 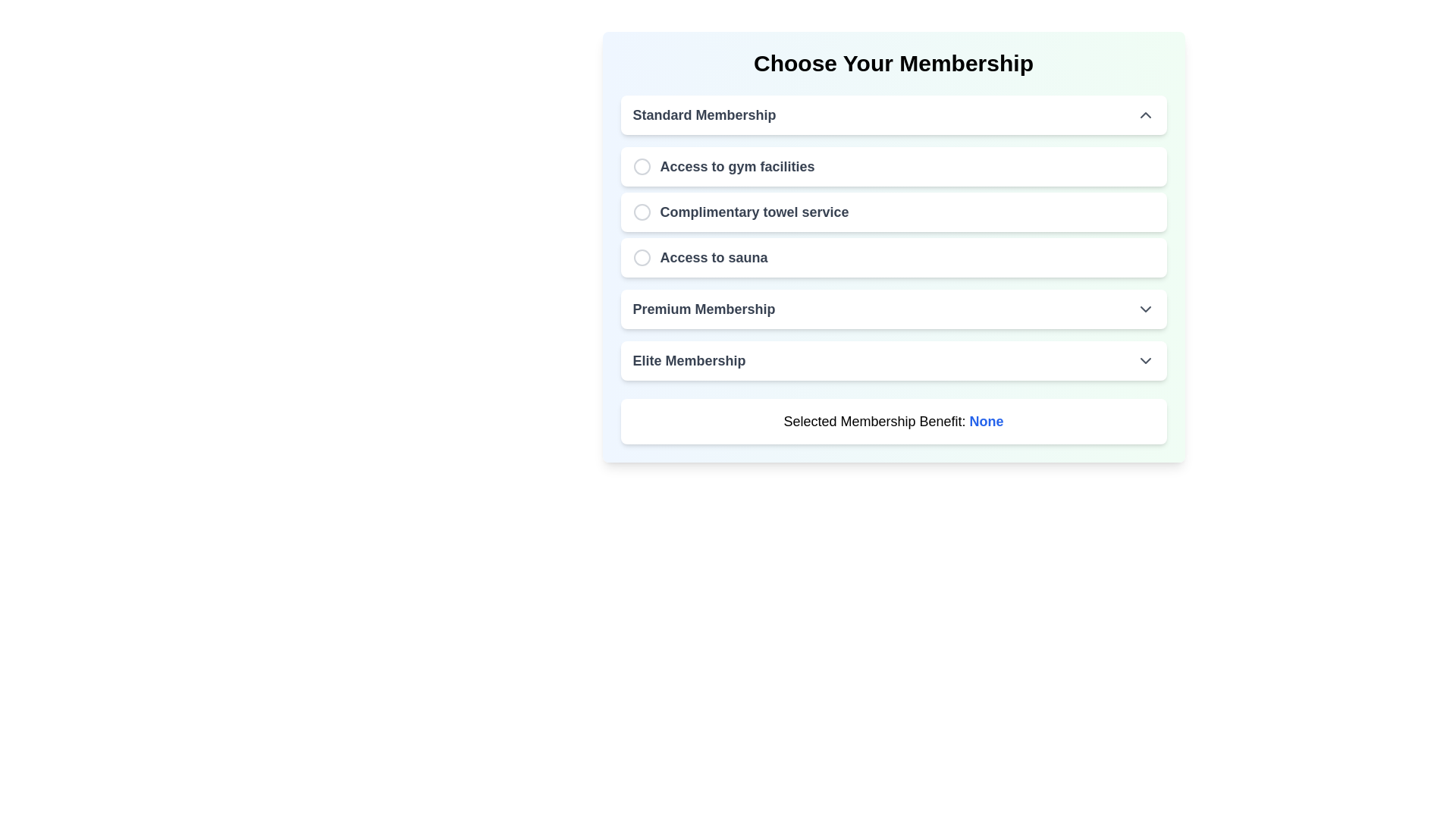 I want to click on the Informational text box that indicates the currently selected membership benefit, located below the 'Elite Membership' section, so click(x=893, y=421).